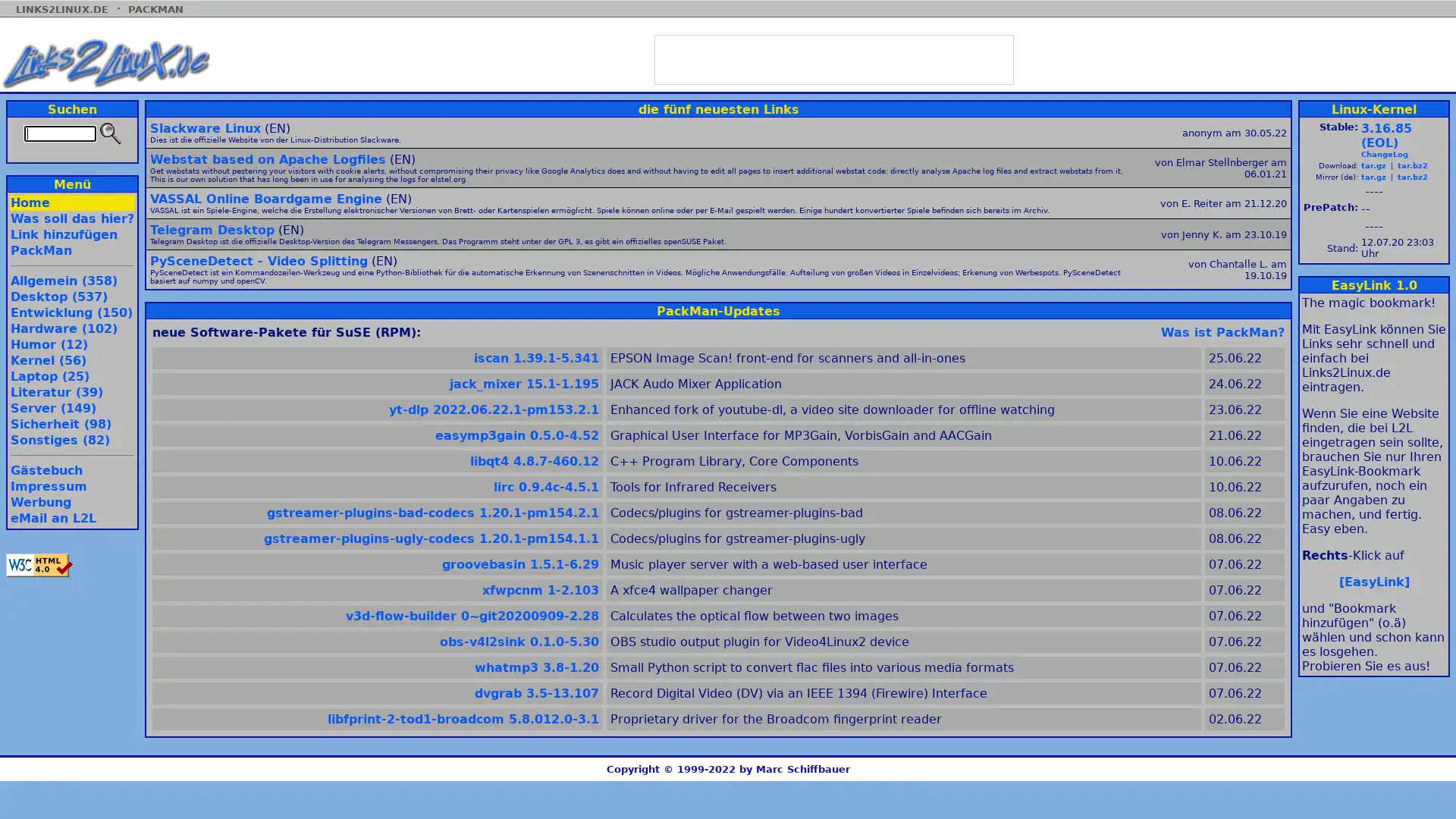  What do you see at coordinates (108, 133) in the screenshot?
I see `suchen!` at bounding box center [108, 133].